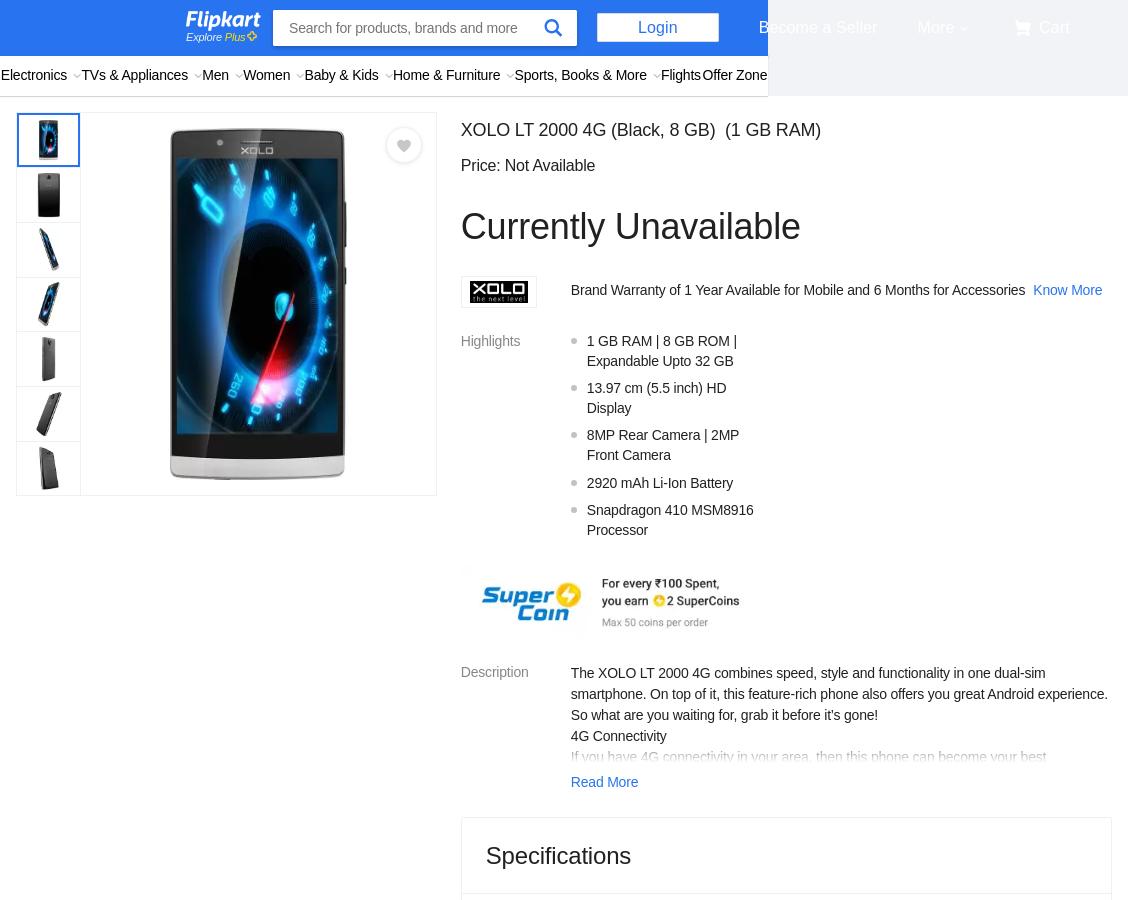 The image size is (1128, 900). What do you see at coordinates (568, 799) in the screenshot?
I see `'If you have 4G connectivity in your area, then this phone can become your best companion. Everything will be faster than before. You won’t have to face buffering while browsing internet and downloads will be faster compared to a 3G connection. Even your online gaming and video streaming experiences will become smoother and easier with the high-speed connectivity of this phone.'` at bounding box center [568, 799].